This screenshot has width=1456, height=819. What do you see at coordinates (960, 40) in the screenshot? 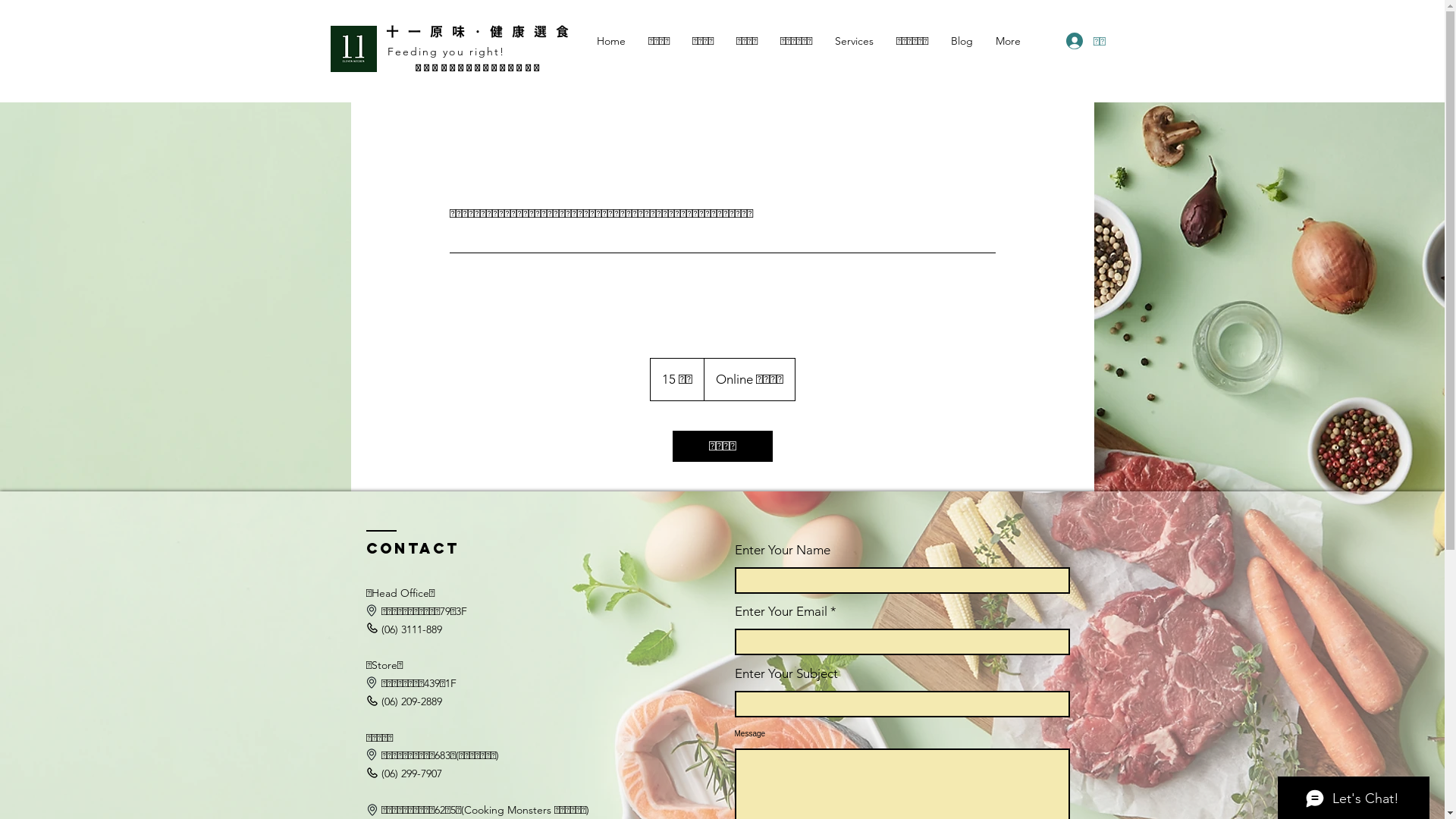
I see `'Blog'` at bounding box center [960, 40].